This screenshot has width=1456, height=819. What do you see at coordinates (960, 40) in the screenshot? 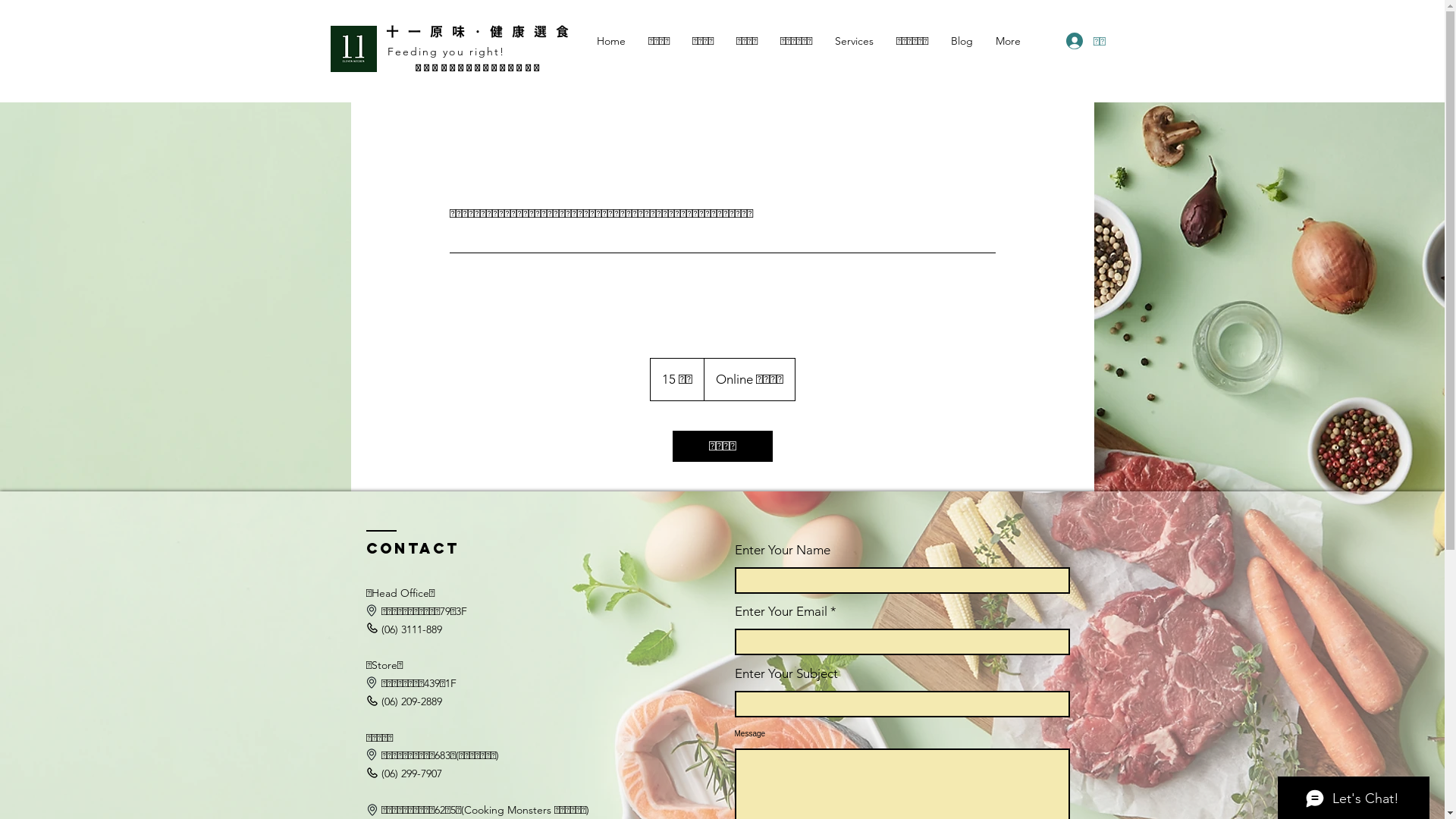
I see `'Blog'` at bounding box center [960, 40].